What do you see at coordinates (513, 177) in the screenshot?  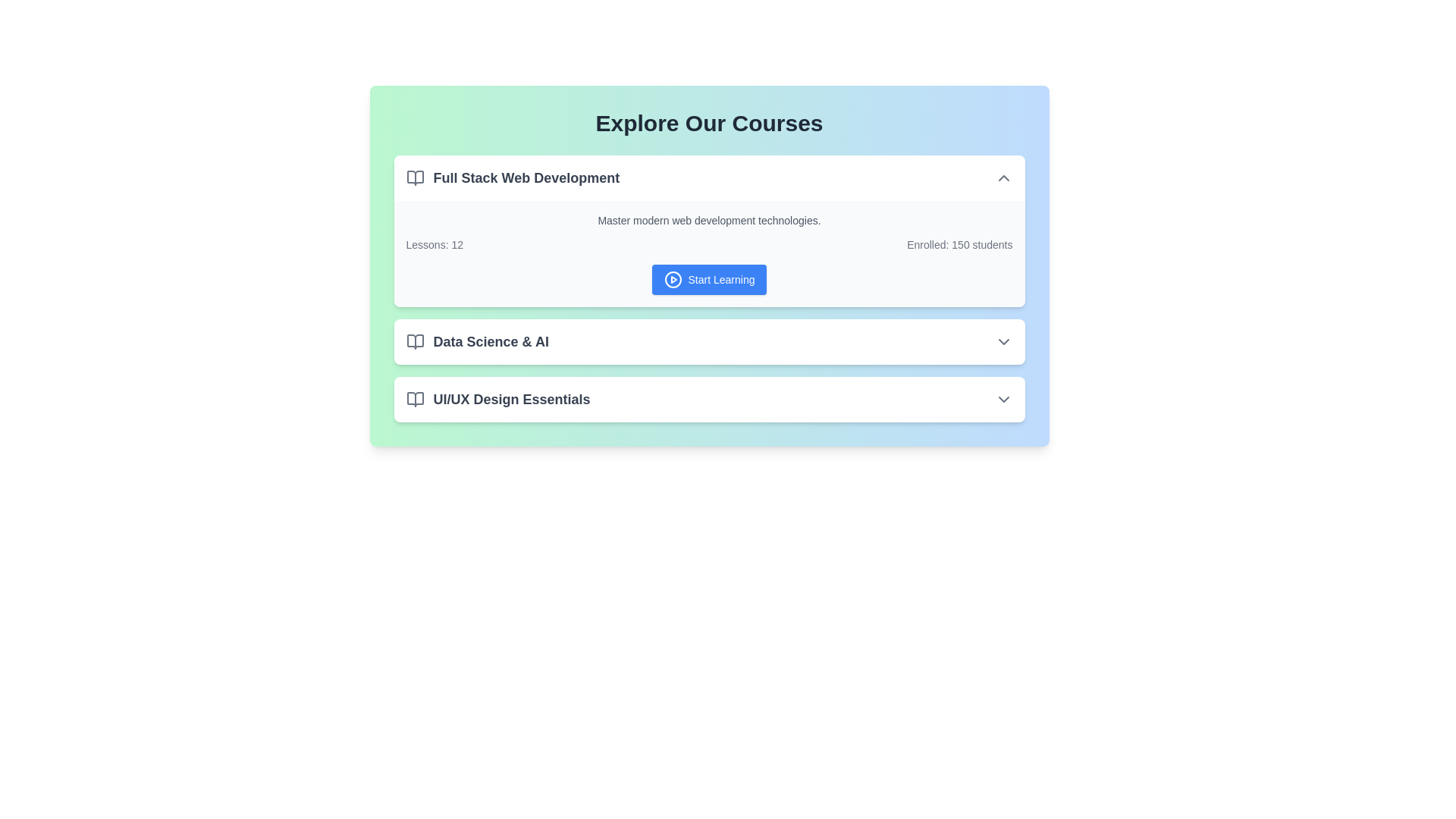 I see `the text label that denotes the name or title of the course, located in the upper section of the highlighted course card, if it serves as a link` at bounding box center [513, 177].